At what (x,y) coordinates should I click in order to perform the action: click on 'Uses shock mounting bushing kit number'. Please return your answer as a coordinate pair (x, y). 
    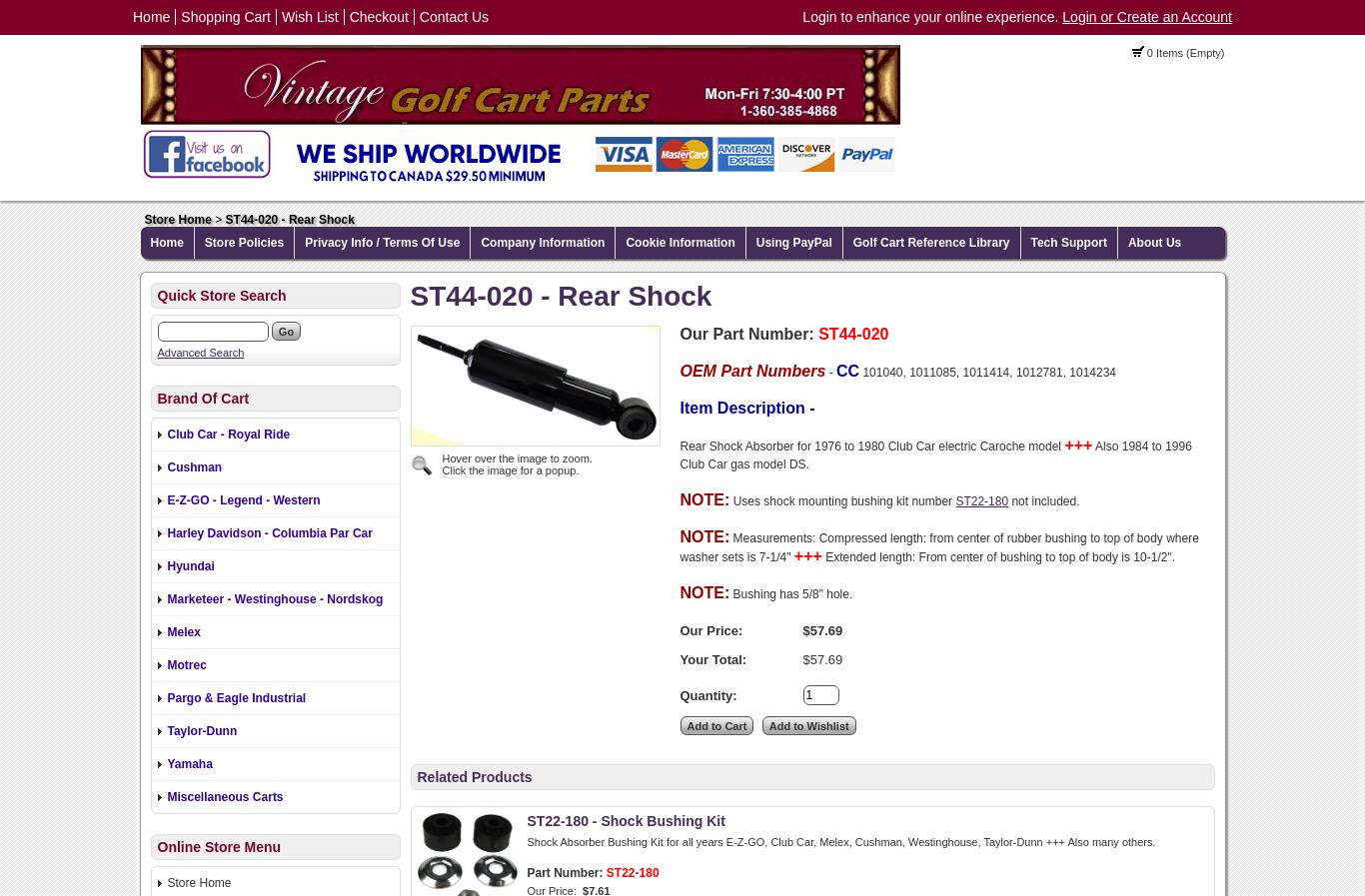
    Looking at the image, I should click on (731, 500).